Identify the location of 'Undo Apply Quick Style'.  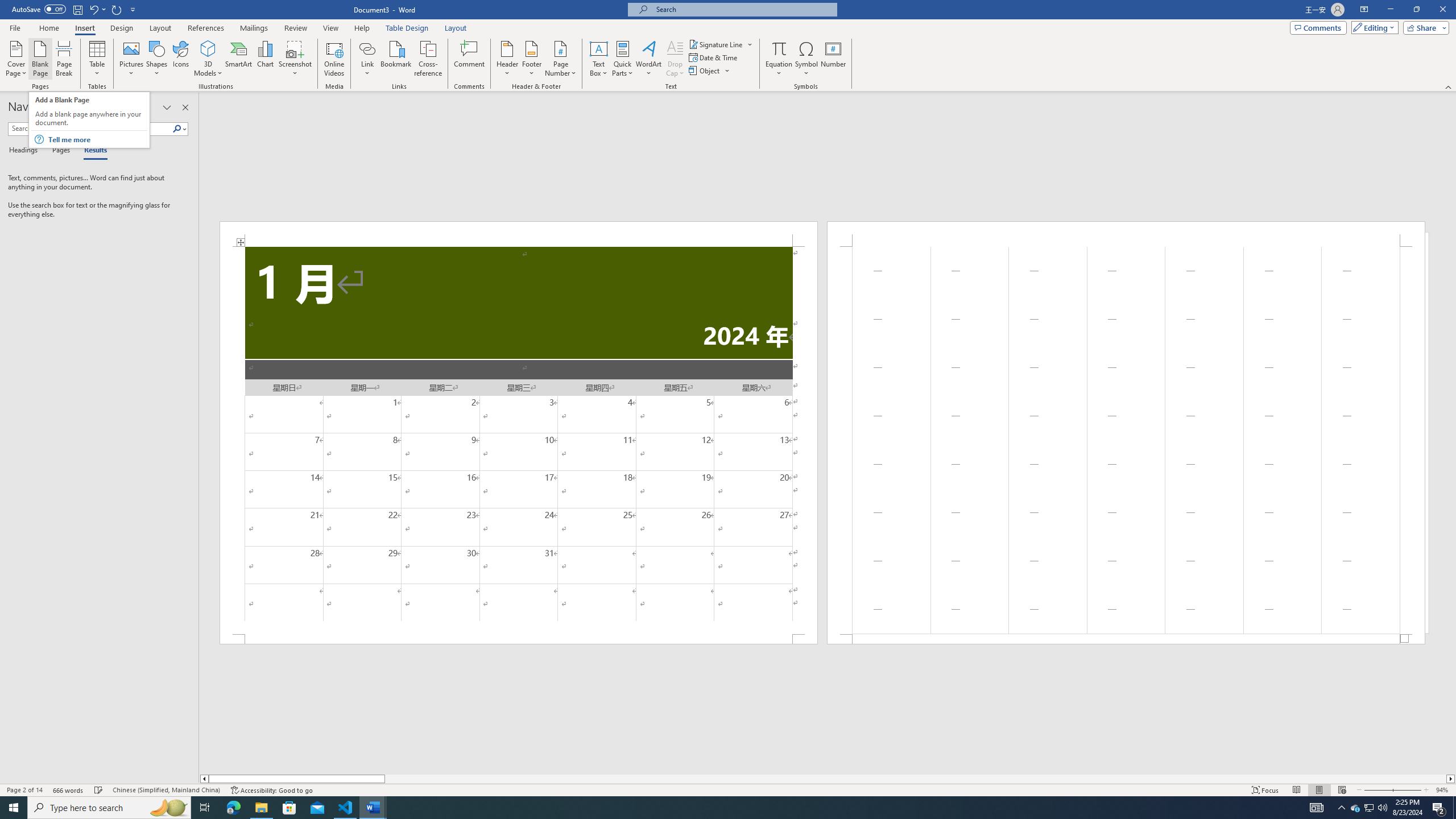
(97, 9).